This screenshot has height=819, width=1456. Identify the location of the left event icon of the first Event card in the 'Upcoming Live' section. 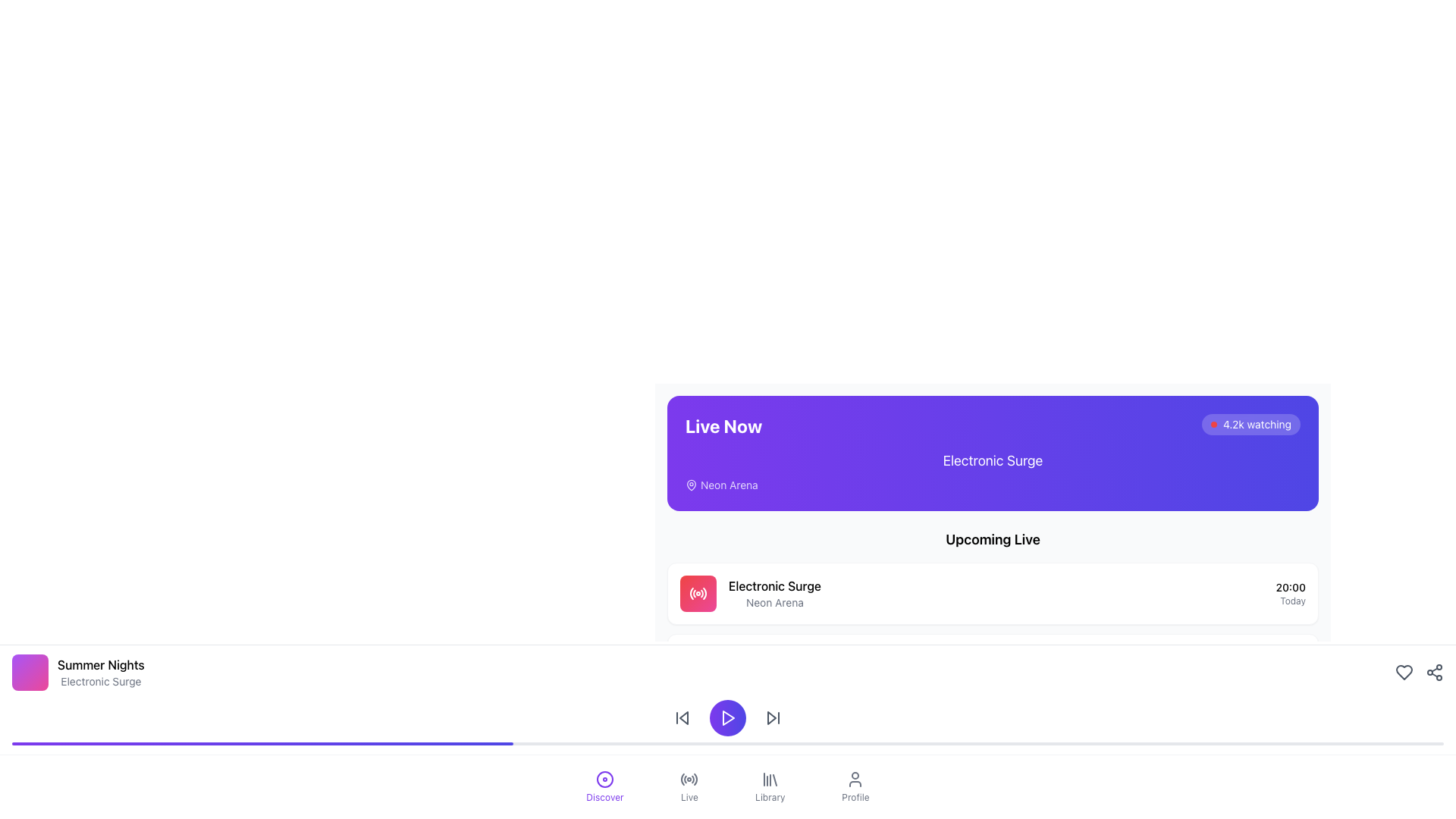
(993, 593).